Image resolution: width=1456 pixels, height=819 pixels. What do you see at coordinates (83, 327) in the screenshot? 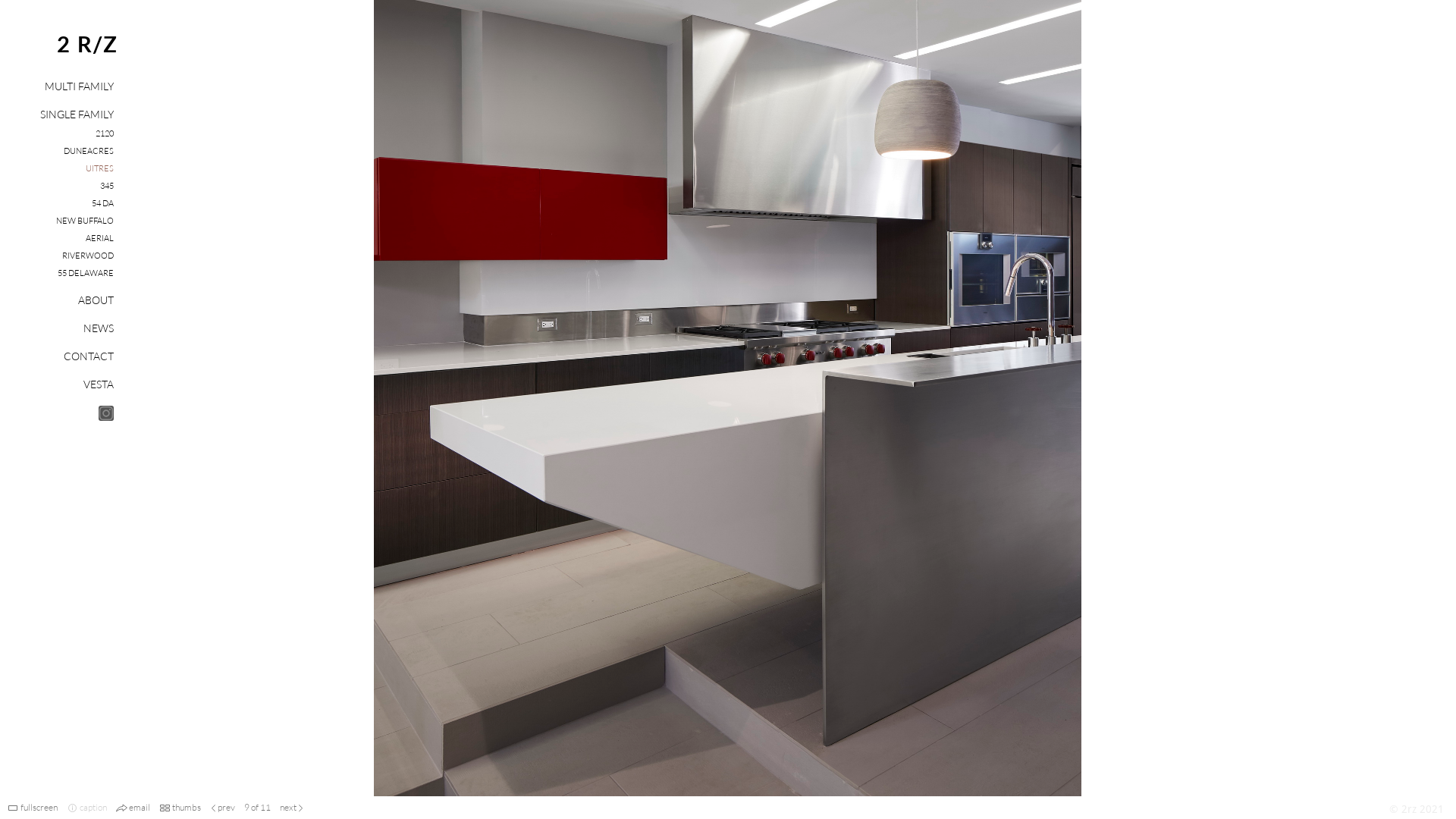
I see `'NEWS'` at bounding box center [83, 327].